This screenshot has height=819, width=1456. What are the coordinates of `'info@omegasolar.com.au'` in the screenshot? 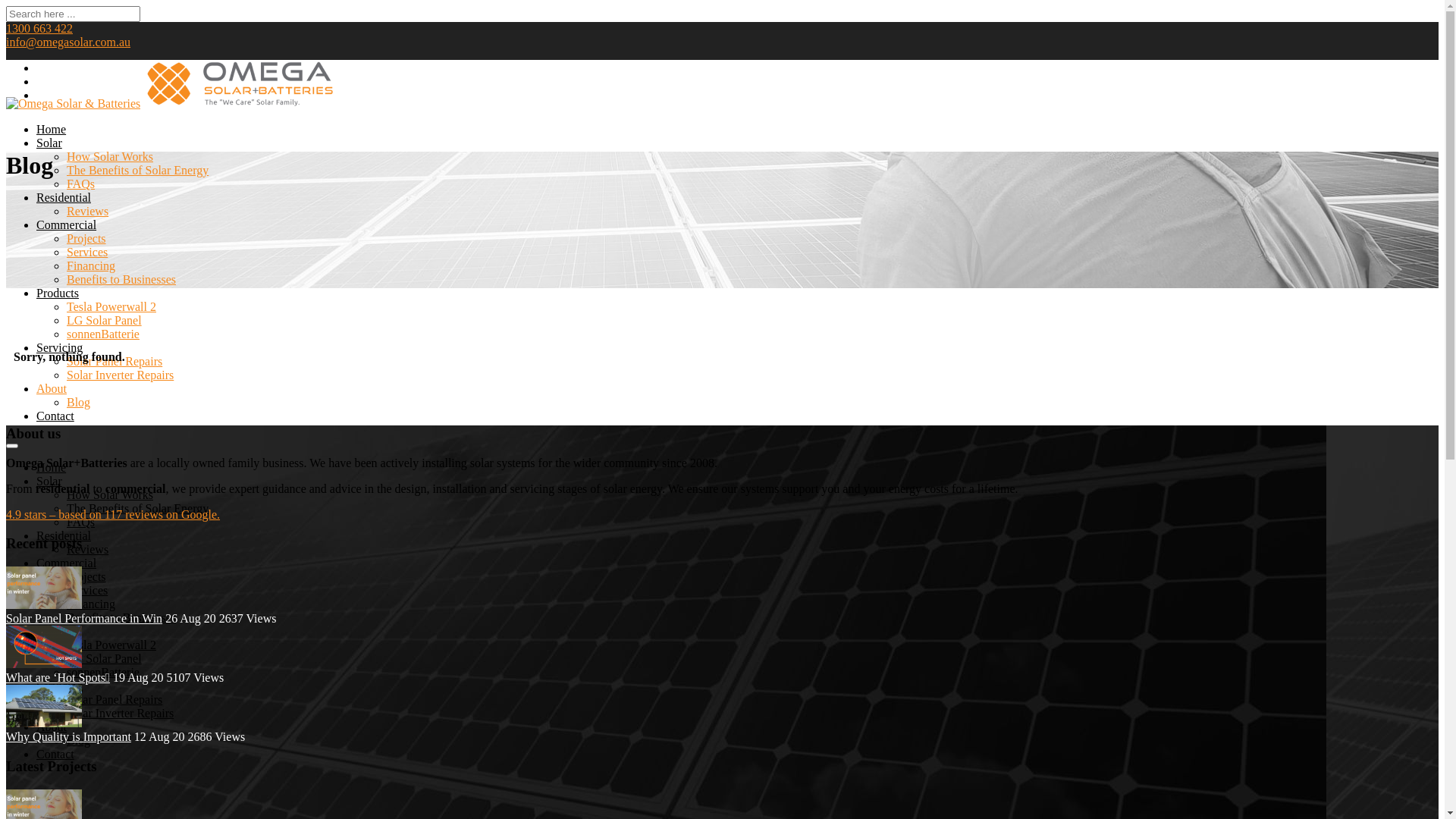 It's located at (67, 41).